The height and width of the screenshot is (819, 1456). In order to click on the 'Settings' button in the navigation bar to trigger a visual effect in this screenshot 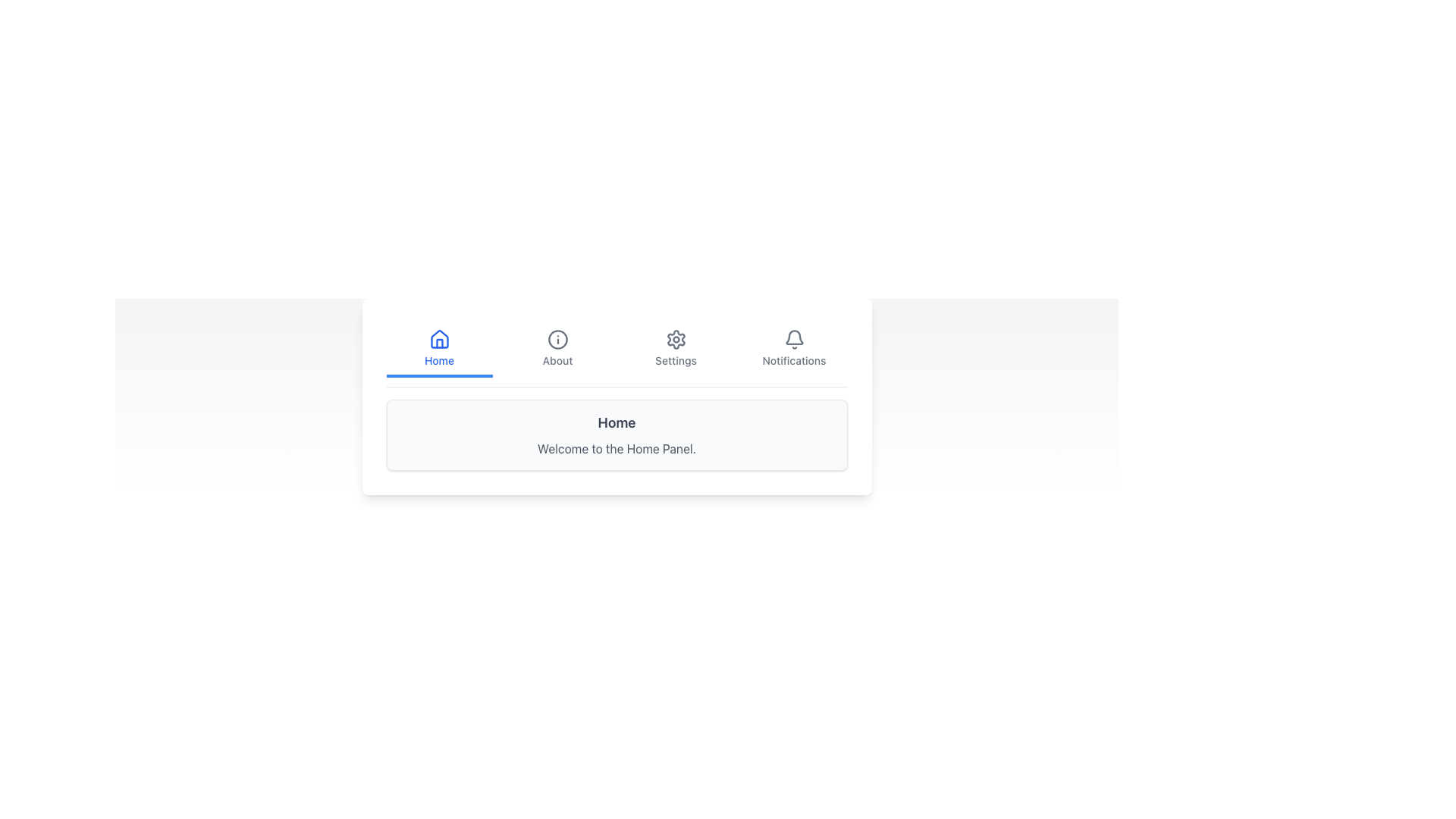, I will do `click(675, 350)`.